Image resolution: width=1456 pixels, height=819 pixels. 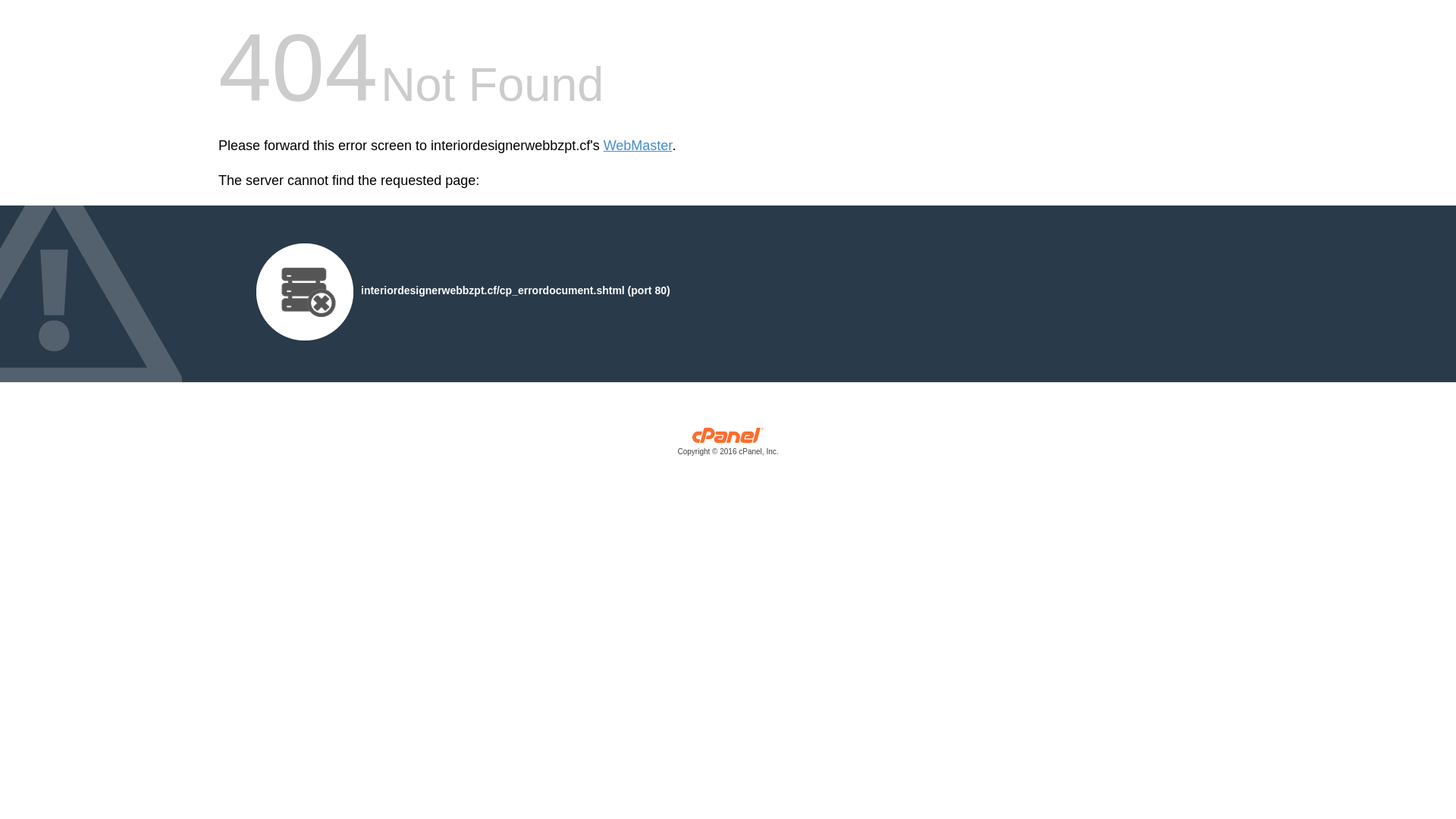 I want to click on 'WebMaster', so click(x=638, y=146).